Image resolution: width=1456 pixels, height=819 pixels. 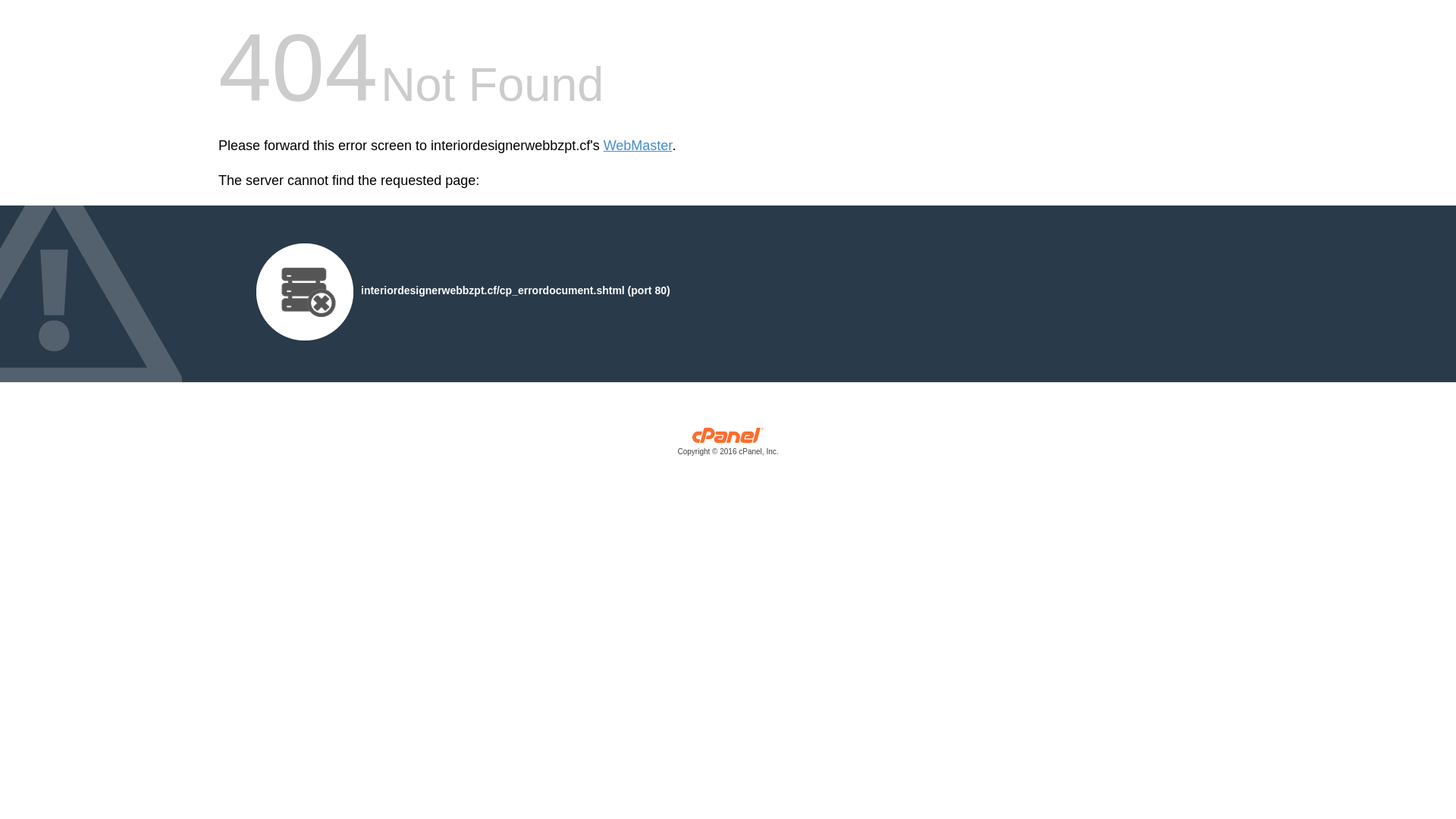 I want to click on 'WebMaster', so click(x=638, y=146).